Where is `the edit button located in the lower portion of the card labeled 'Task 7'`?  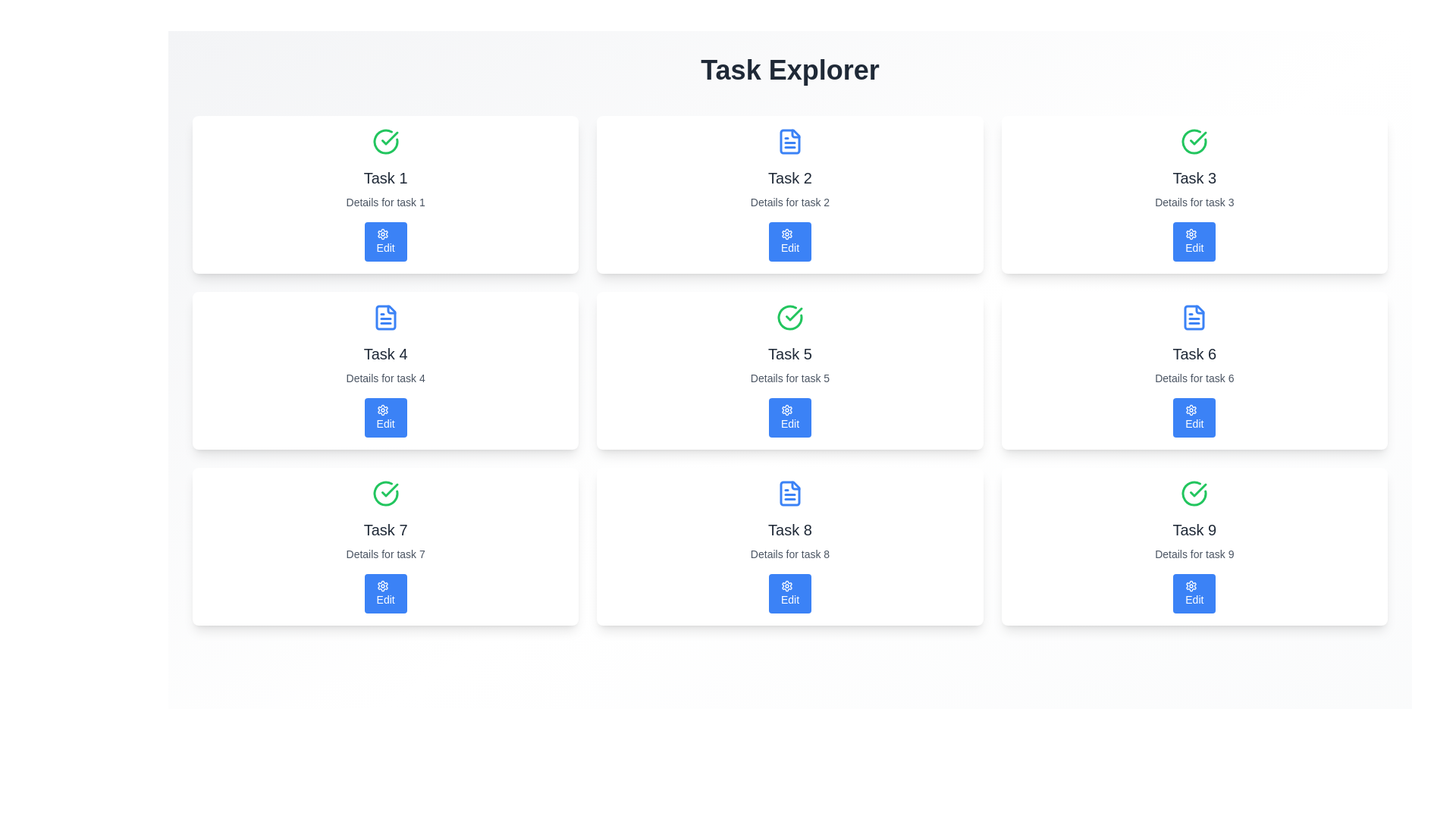 the edit button located in the lower portion of the card labeled 'Task 7' is located at coordinates (385, 593).